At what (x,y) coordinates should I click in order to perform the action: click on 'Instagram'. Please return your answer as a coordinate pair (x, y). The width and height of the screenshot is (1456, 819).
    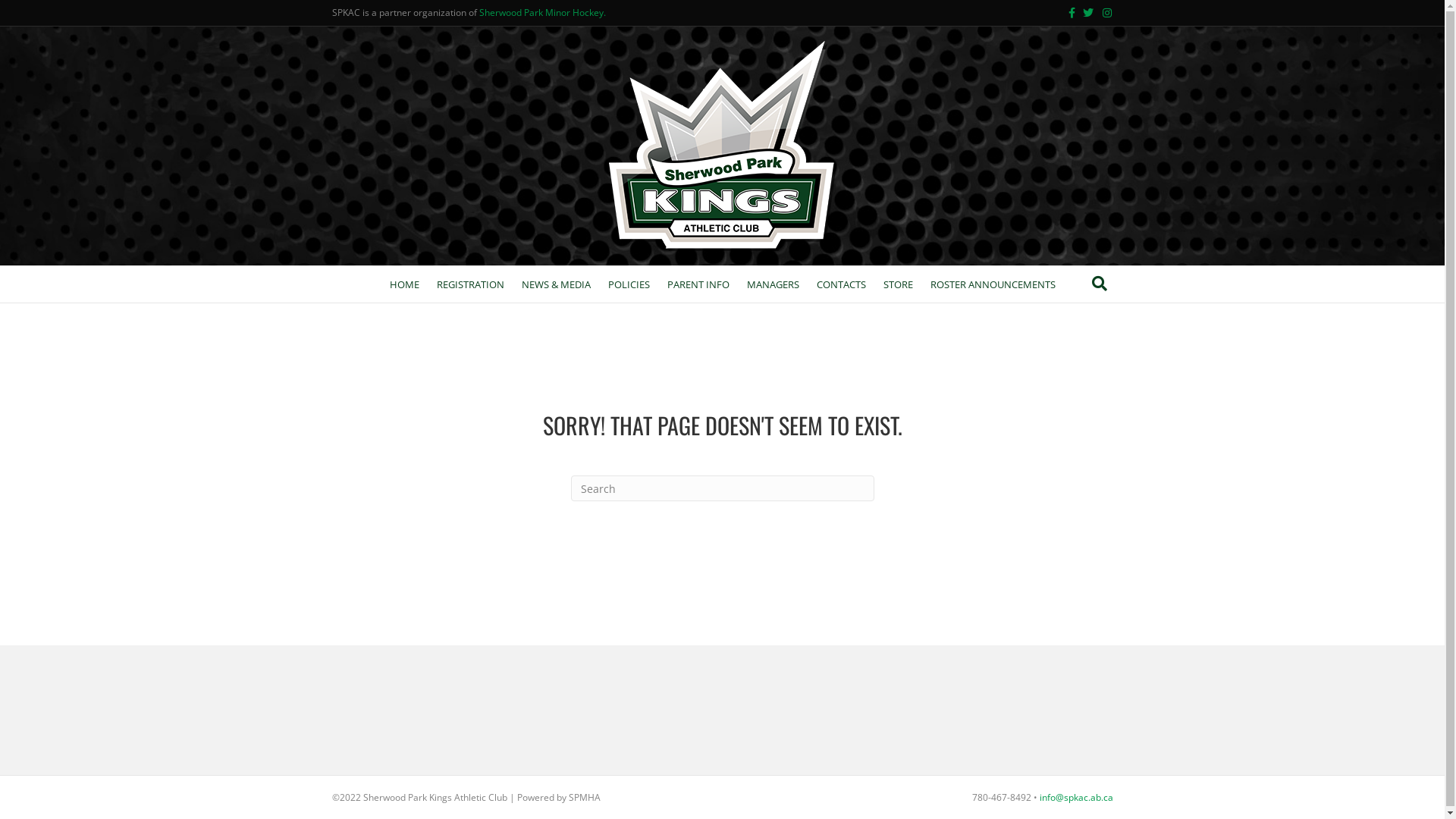
    Looking at the image, I should click on (1103, 11).